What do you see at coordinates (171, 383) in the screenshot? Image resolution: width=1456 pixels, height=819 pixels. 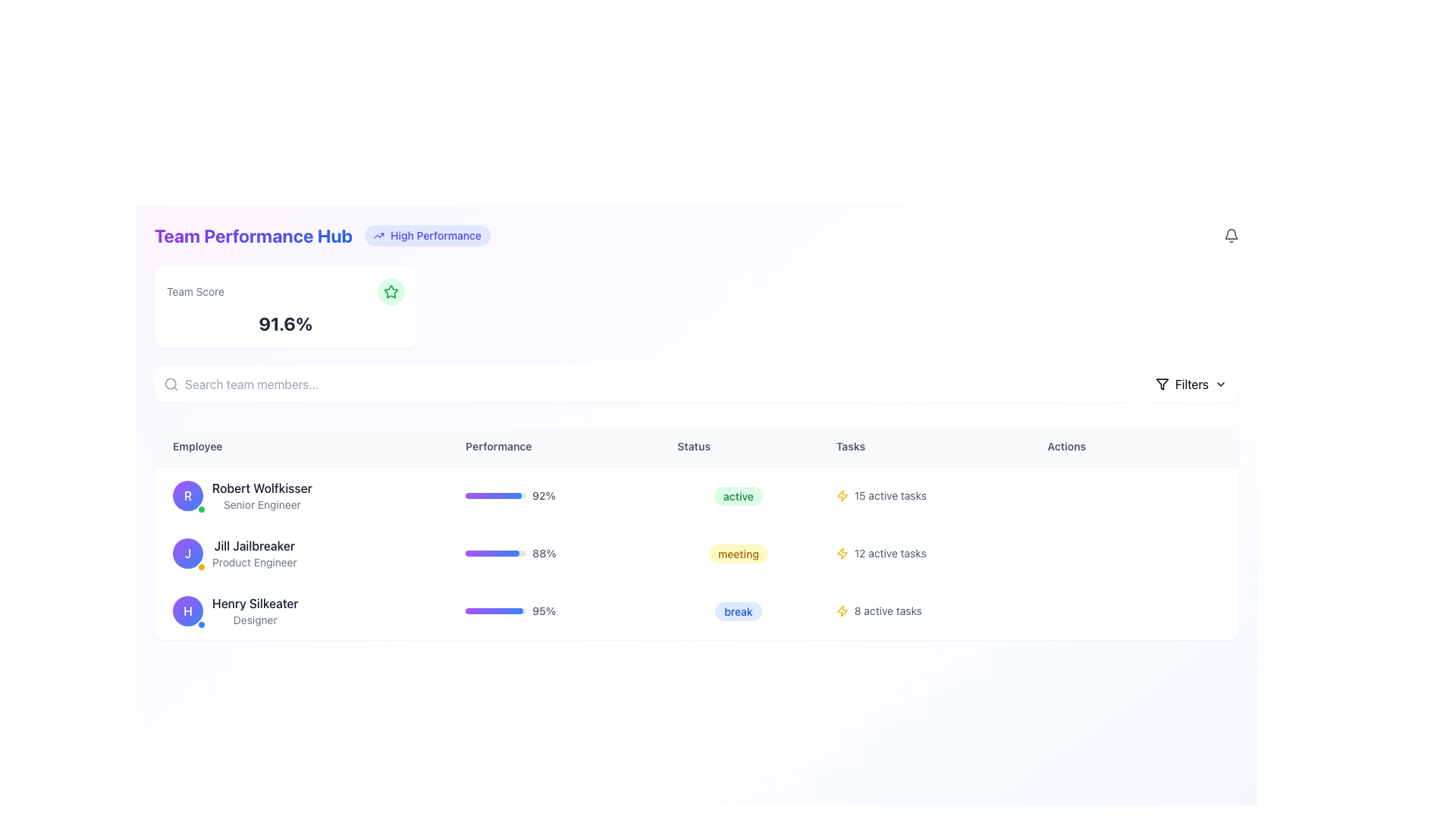 I see `the search icon located at the left side of the input field in the search bar component` at bounding box center [171, 383].